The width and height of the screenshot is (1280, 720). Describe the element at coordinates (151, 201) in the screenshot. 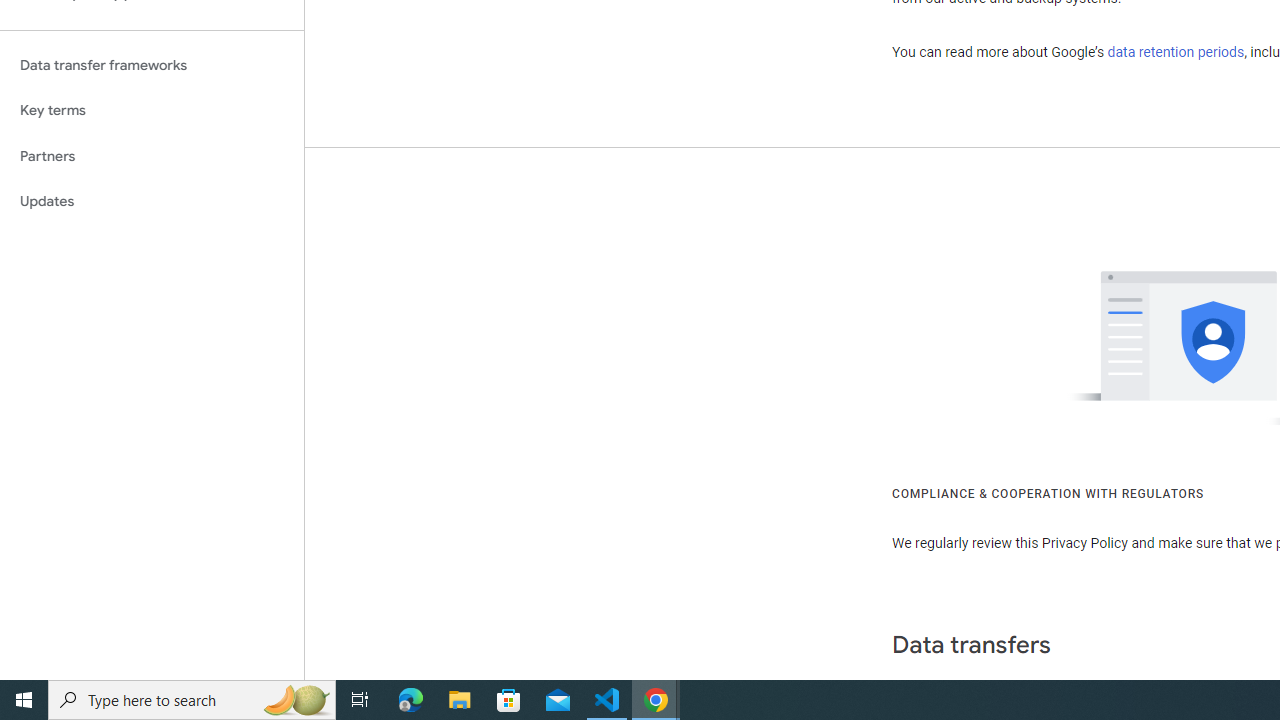

I see `'Updates'` at that location.